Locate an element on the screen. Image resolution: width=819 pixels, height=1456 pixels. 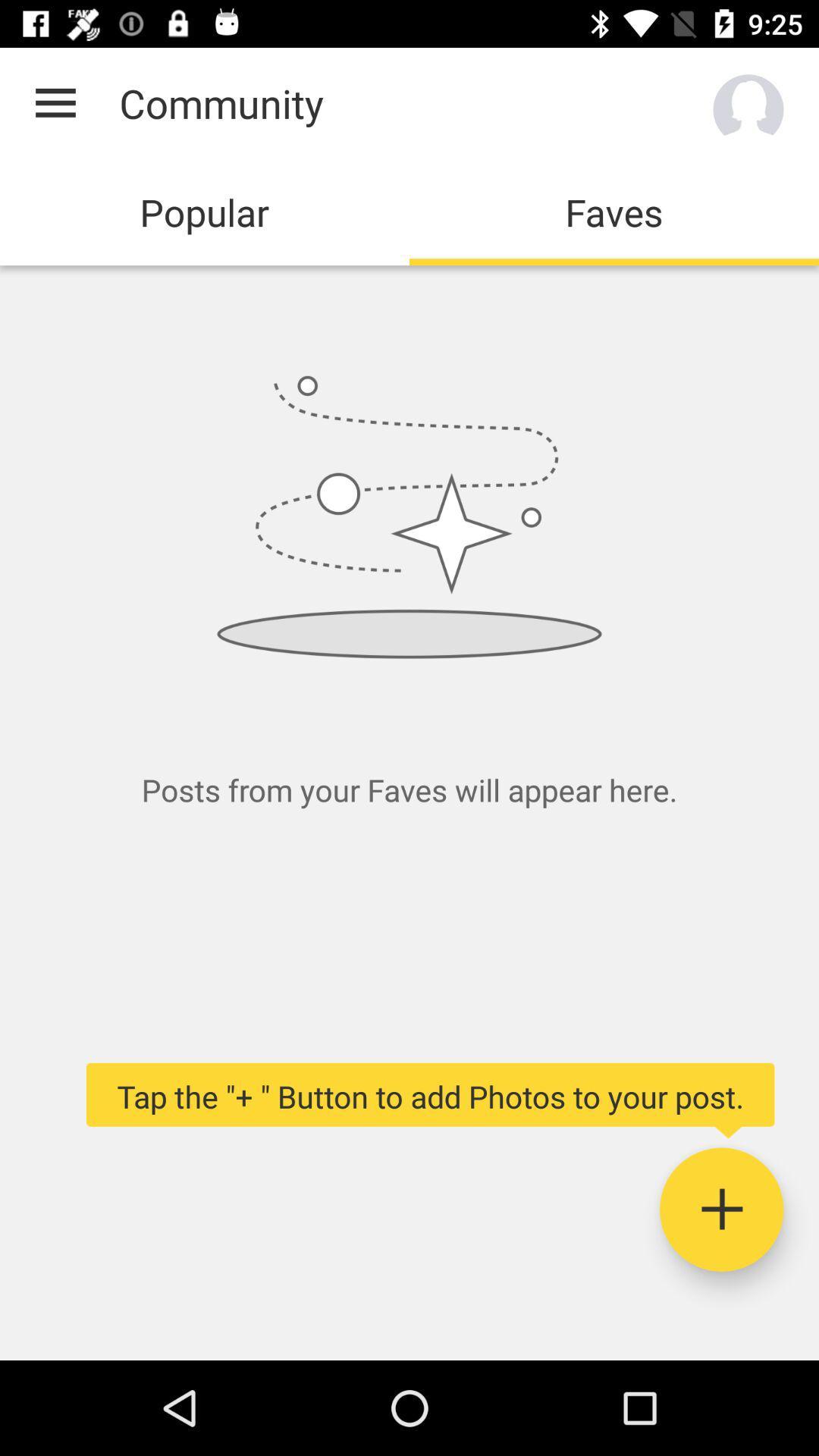
photos is located at coordinates (720, 1209).